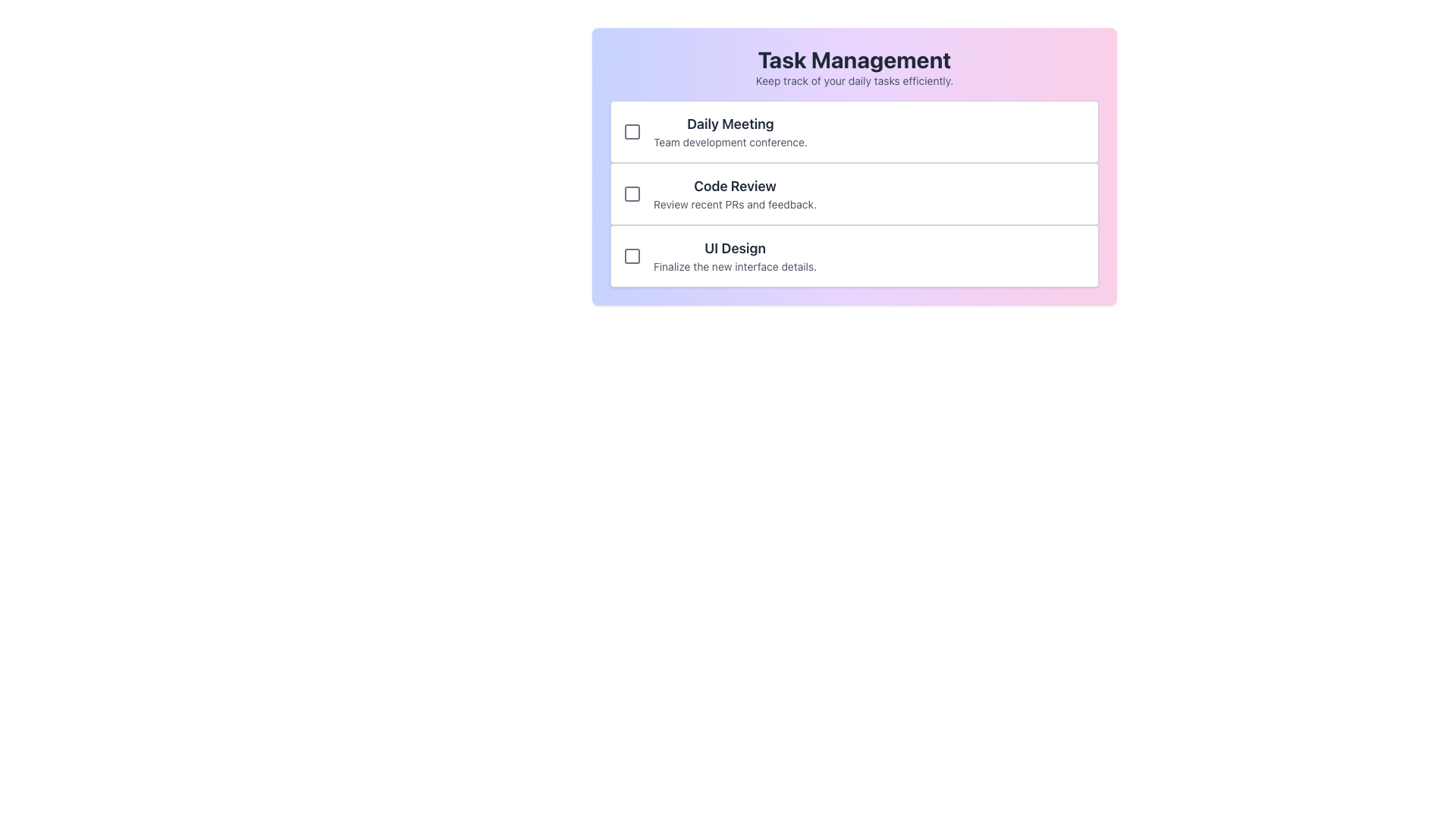 The image size is (1456, 819). I want to click on the title header text label for the second item in the task list under 'Task Management', which identifies the task as 'Review recent PRs and feedback.', so click(735, 186).